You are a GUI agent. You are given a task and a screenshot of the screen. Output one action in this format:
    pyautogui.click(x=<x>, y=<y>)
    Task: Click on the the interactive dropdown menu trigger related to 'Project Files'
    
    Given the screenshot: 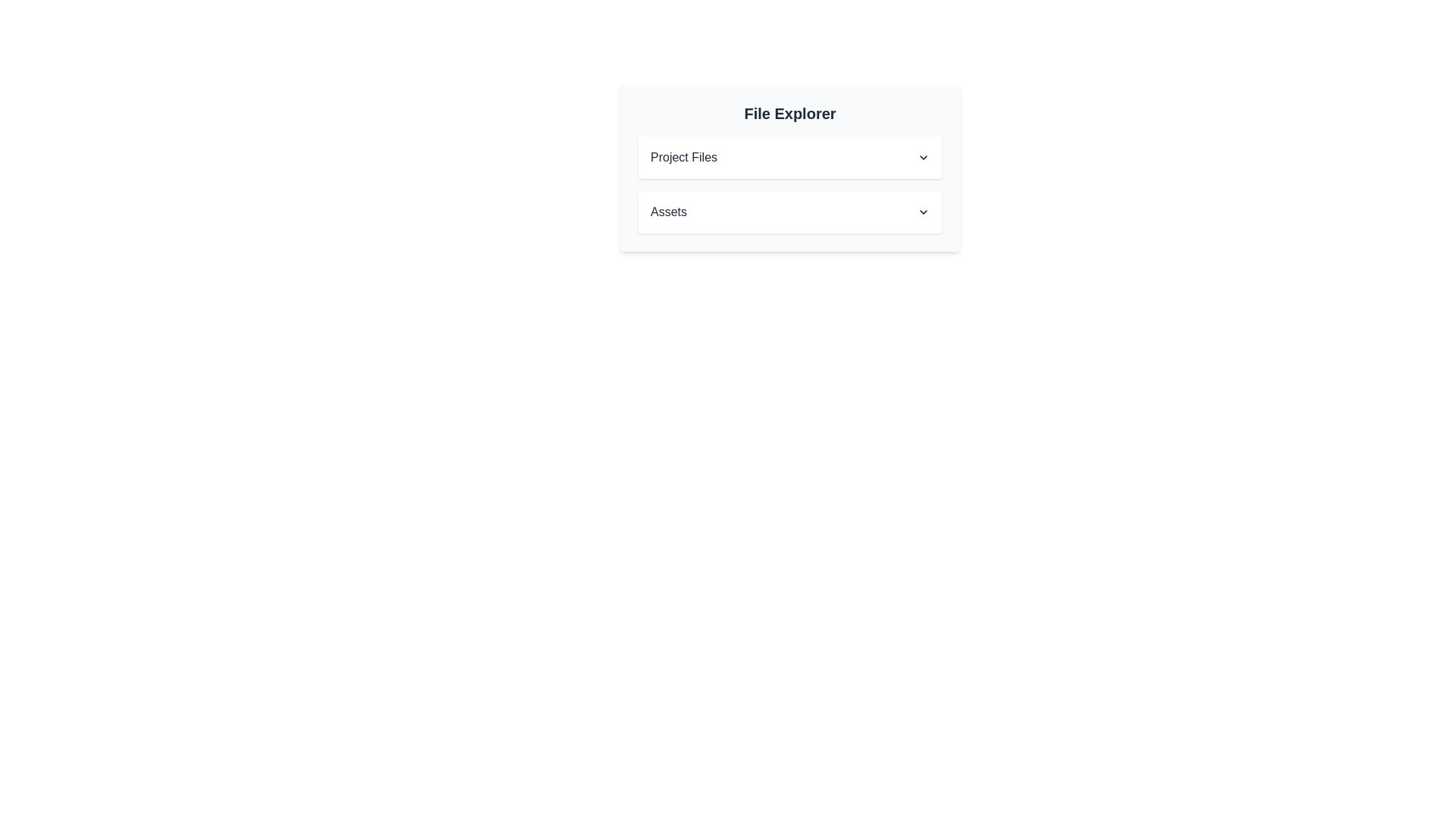 What is the action you would take?
    pyautogui.click(x=789, y=158)
    